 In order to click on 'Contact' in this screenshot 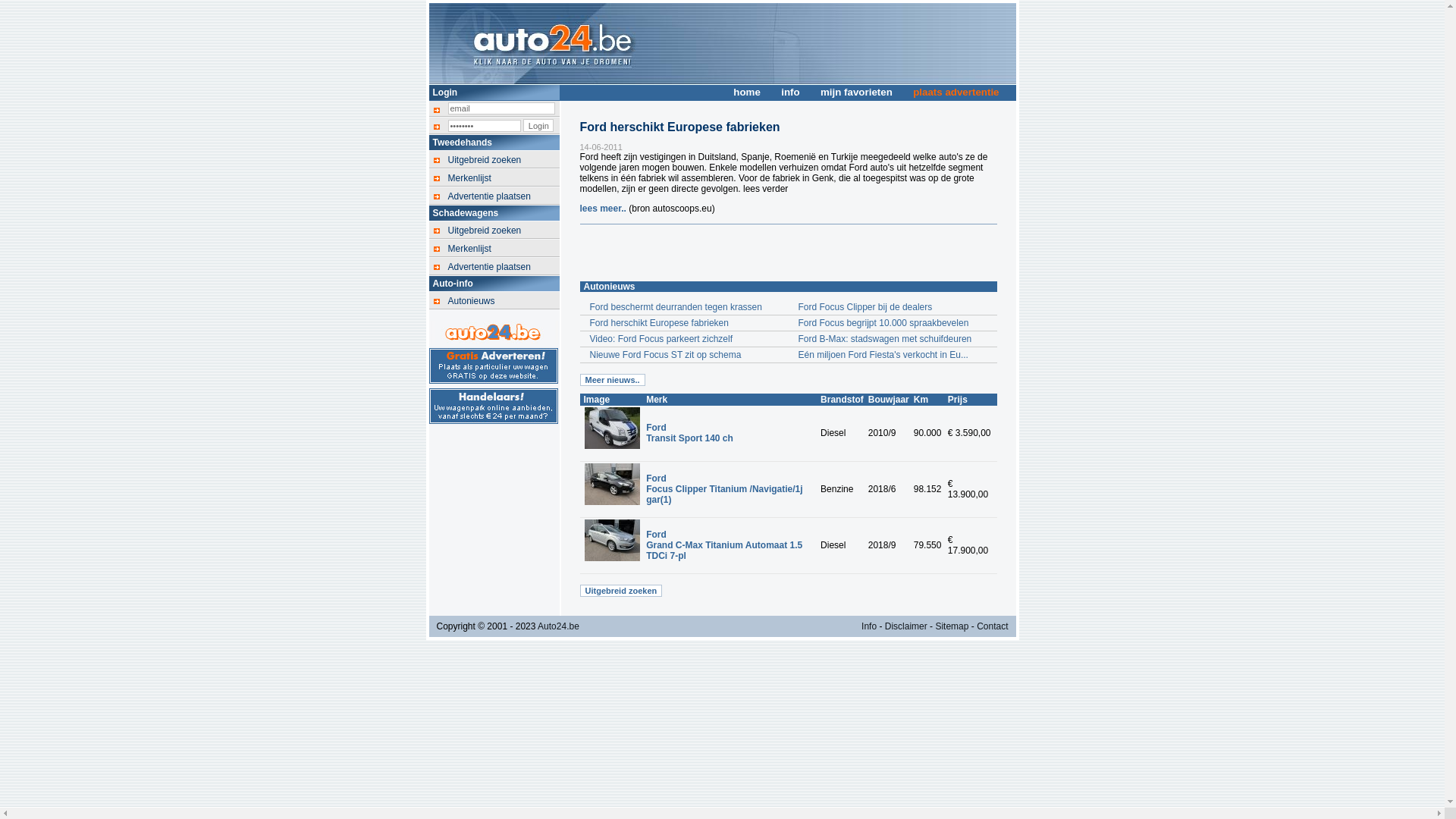, I will do `click(976, 626)`.